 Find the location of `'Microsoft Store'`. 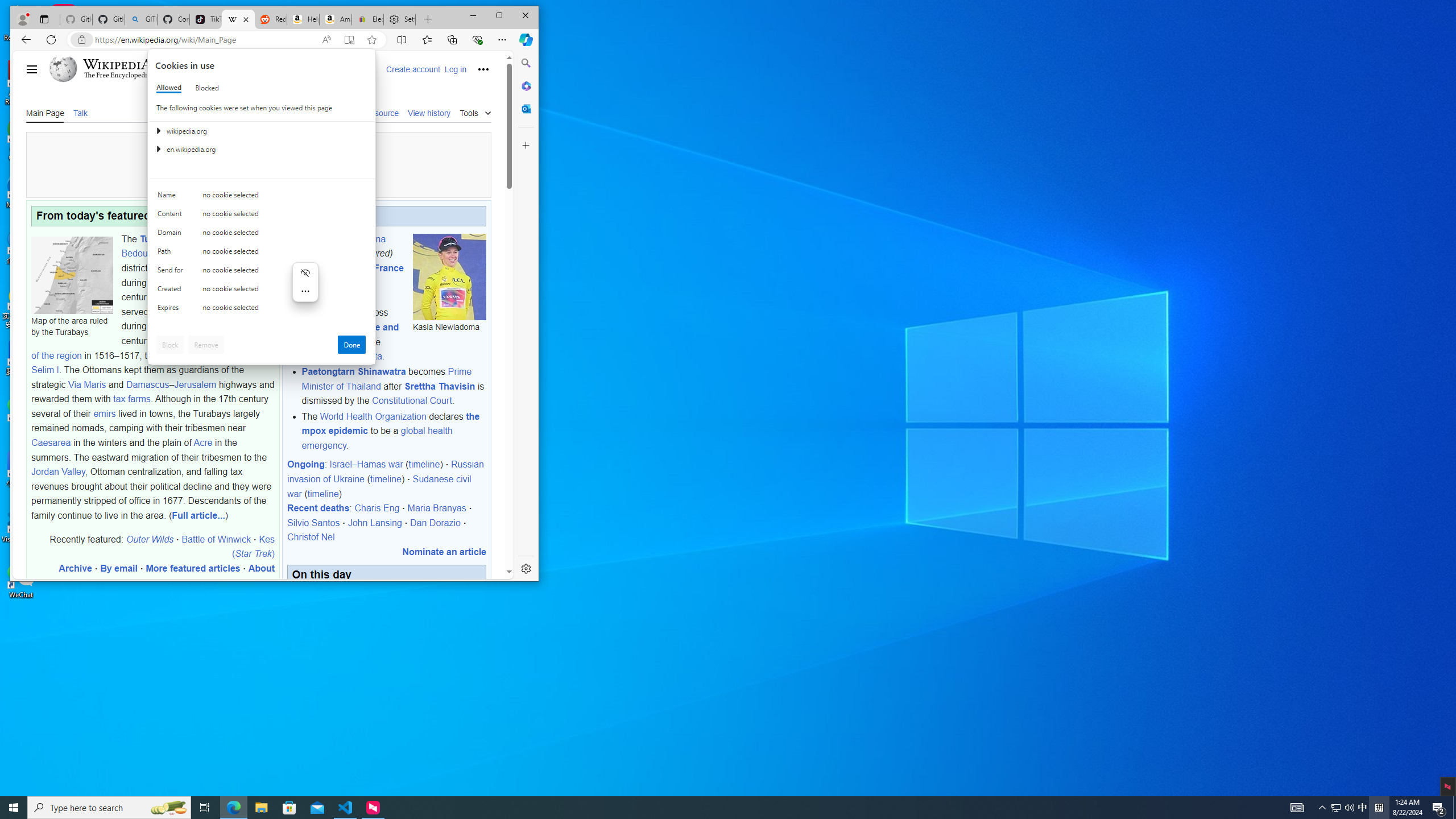

'Microsoft Store' is located at coordinates (289, 806).